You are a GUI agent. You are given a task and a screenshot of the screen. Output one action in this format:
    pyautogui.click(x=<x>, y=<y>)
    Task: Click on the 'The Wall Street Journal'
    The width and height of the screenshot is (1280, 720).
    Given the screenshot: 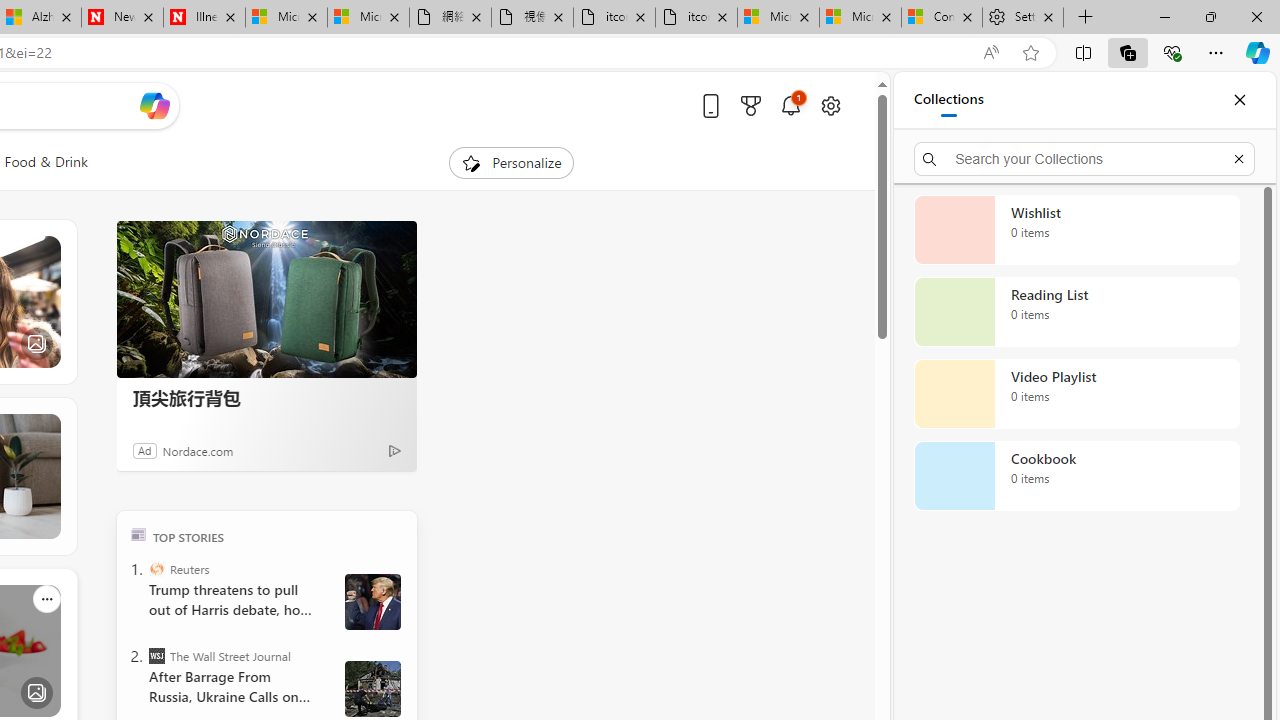 What is the action you would take?
    pyautogui.click(x=155, y=655)
    